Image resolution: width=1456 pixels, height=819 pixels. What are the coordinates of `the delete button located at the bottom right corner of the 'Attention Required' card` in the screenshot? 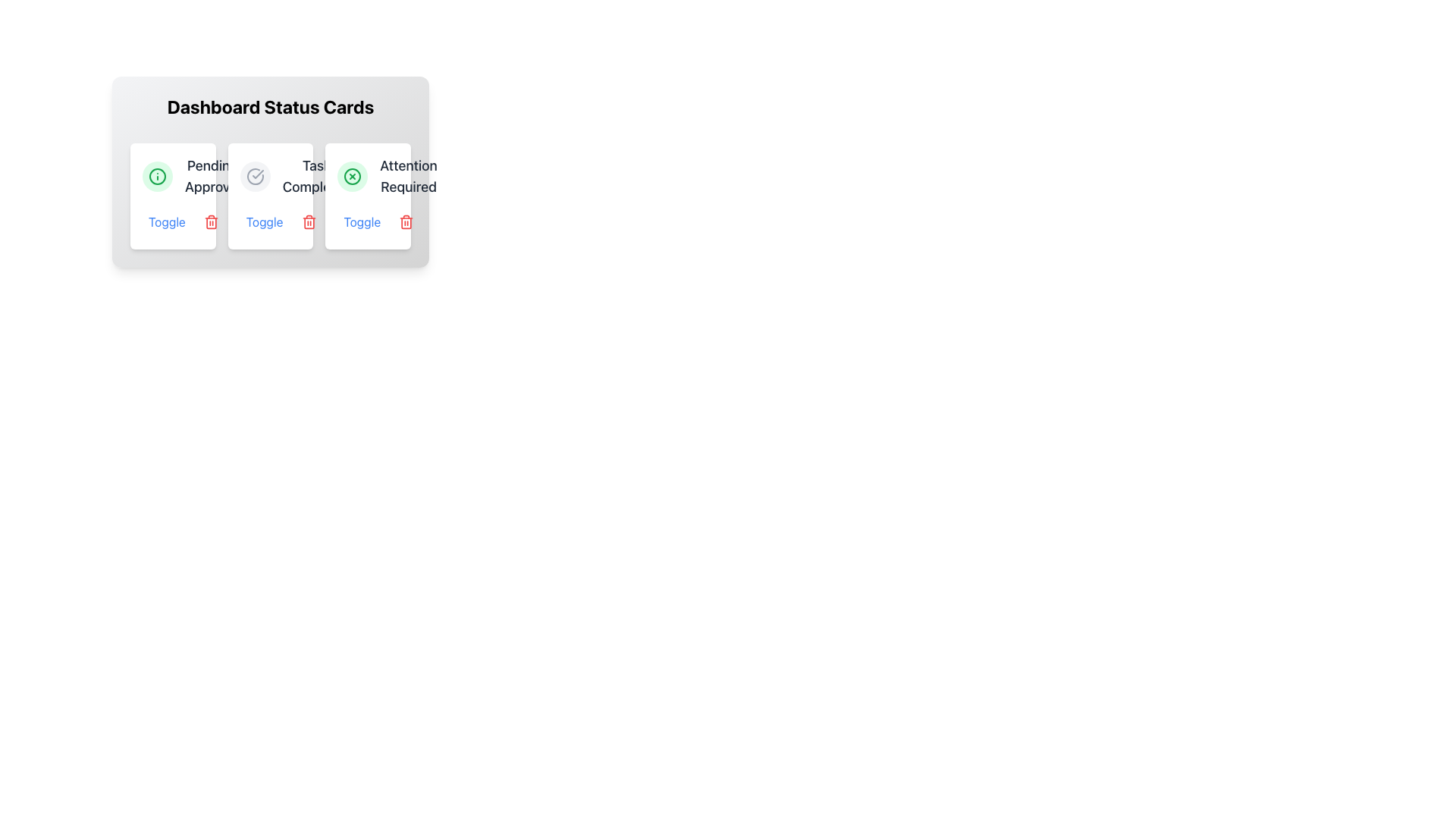 It's located at (406, 222).